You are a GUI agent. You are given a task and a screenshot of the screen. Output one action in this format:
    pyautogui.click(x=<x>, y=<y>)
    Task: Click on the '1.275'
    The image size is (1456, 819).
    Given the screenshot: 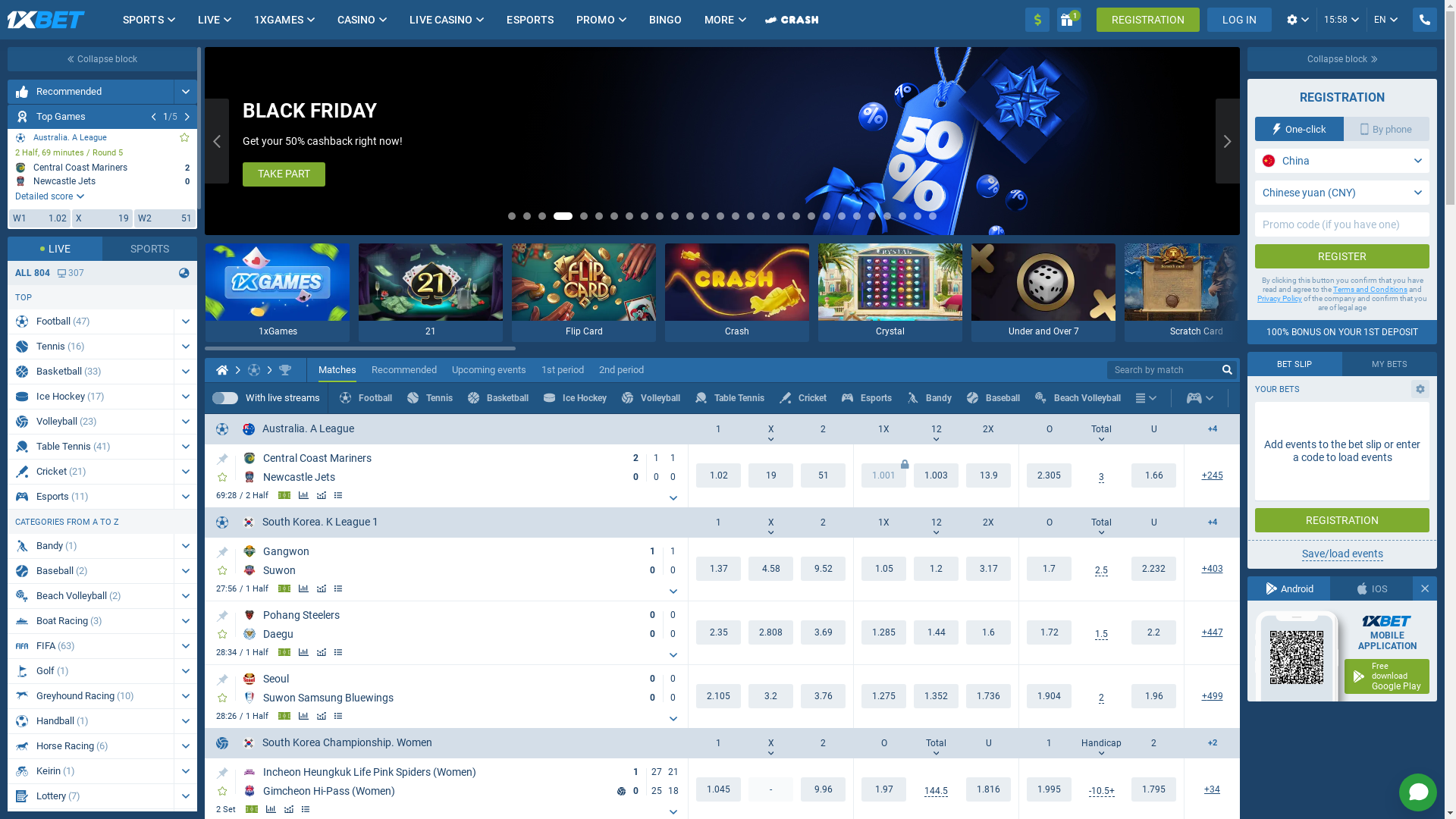 What is the action you would take?
    pyautogui.click(x=883, y=696)
    